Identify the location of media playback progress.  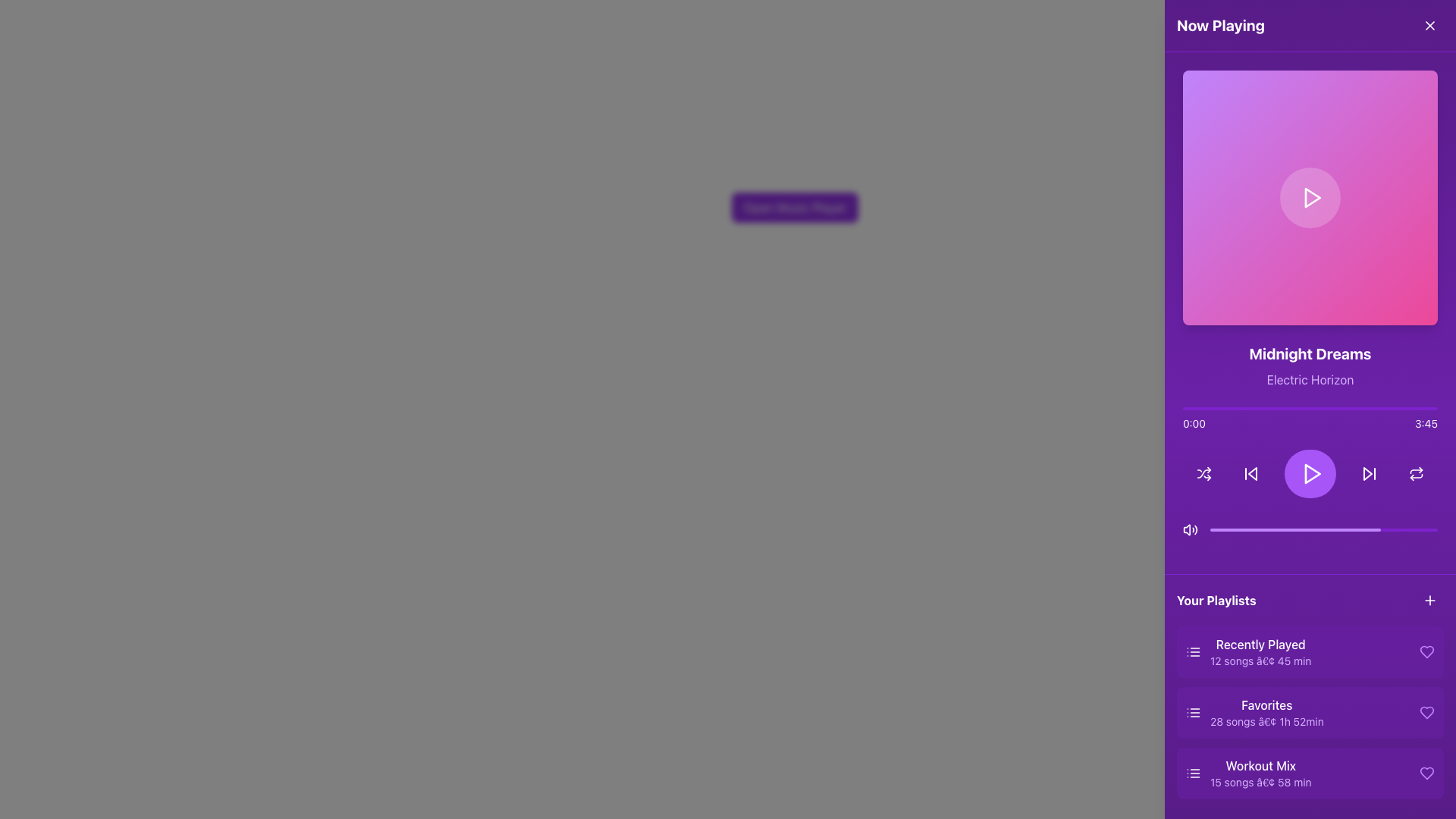
(1354, 529).